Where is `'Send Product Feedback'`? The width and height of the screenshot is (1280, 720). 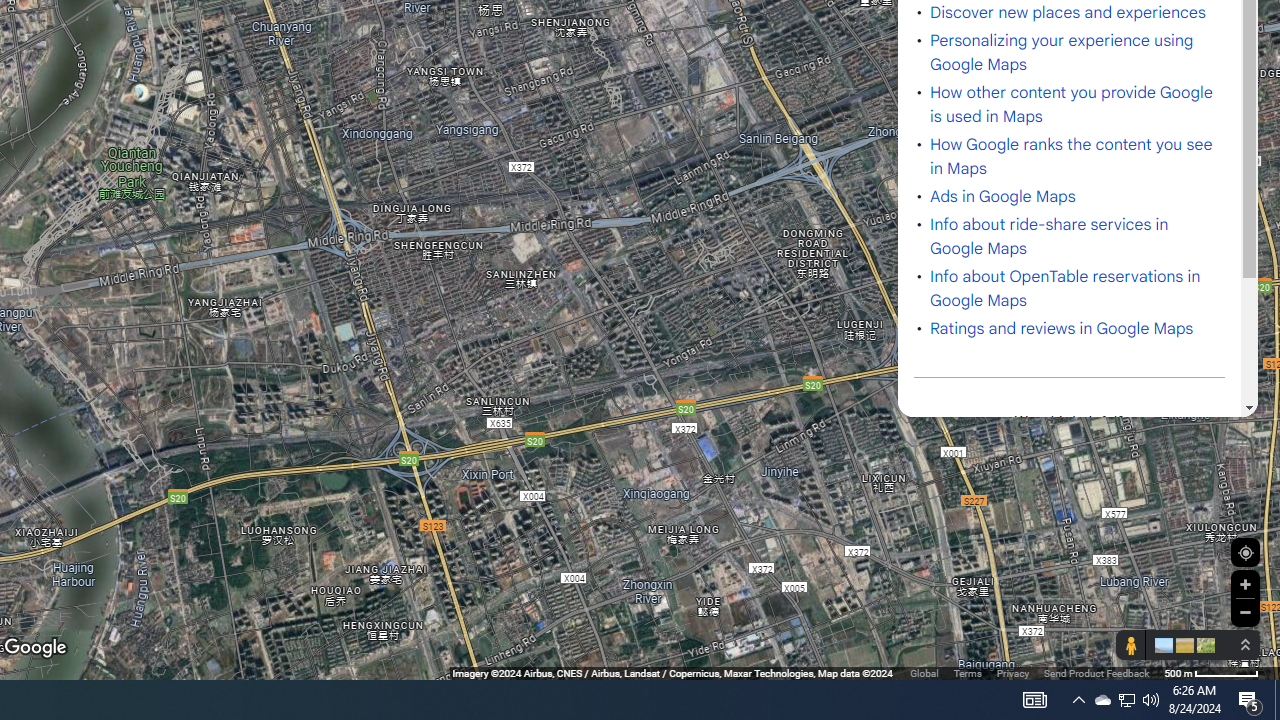 'Send Product Feedback' is located at coordinates (1095, 673).